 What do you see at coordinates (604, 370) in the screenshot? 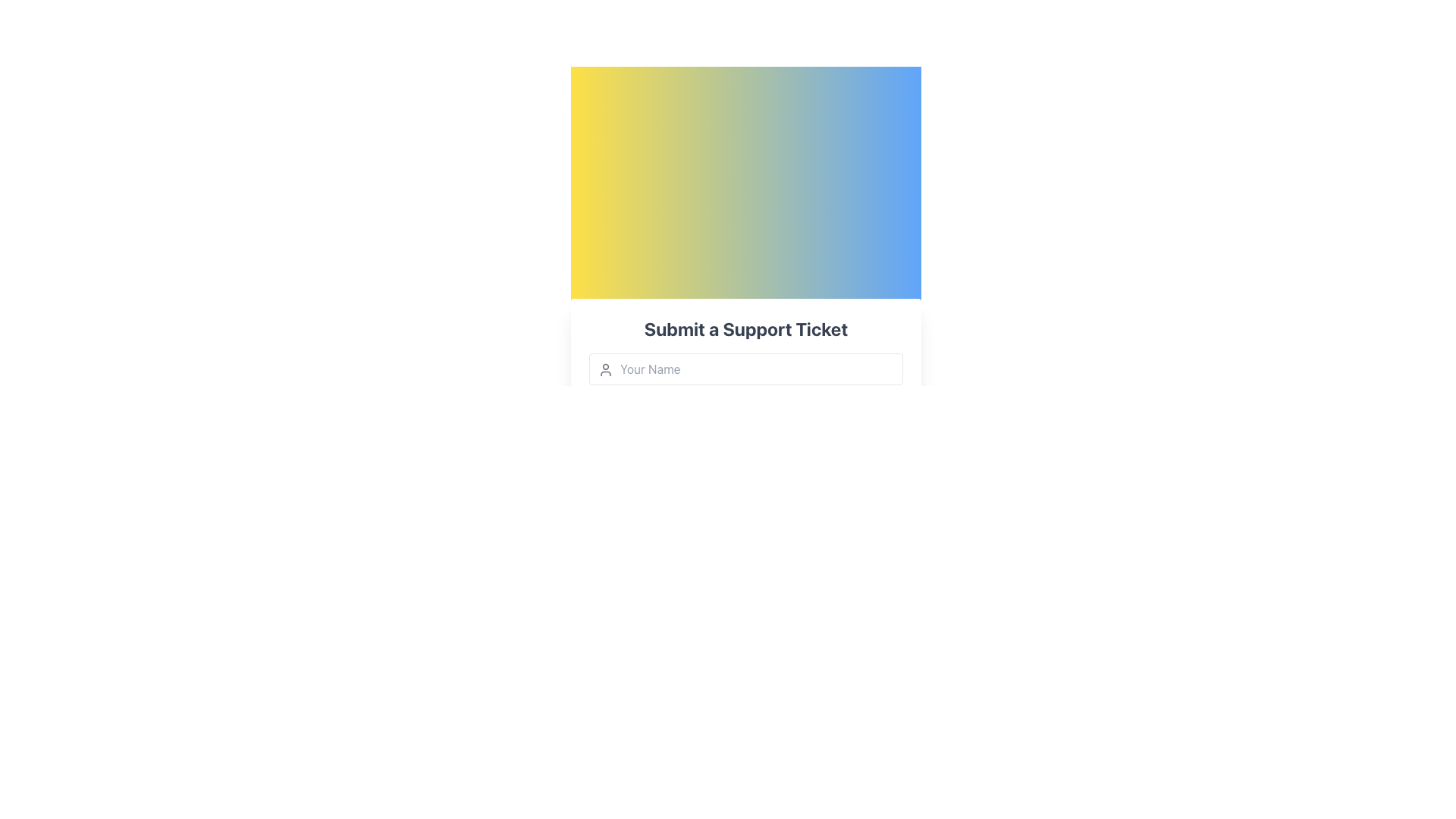
I see `the user icon styled with a gray outline and a transparent fill, located to the left of the 'Your Name' text input field` at bounding box center [604, 370].